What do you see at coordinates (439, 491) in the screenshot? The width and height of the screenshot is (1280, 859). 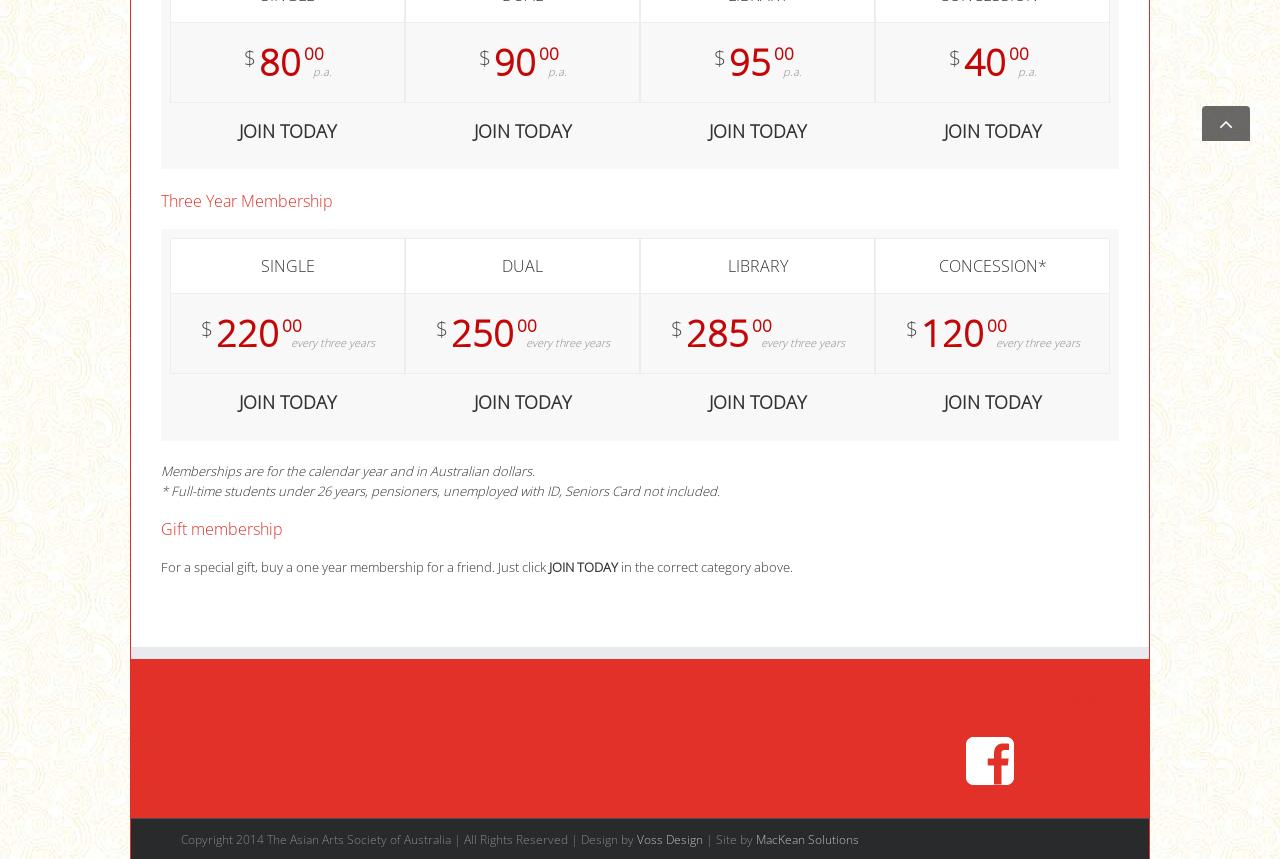 I see `'* Full-time students under 26 years, pensioners, unemployed with ID, Seniors Card not included.'` at bounding box center [439, 491].